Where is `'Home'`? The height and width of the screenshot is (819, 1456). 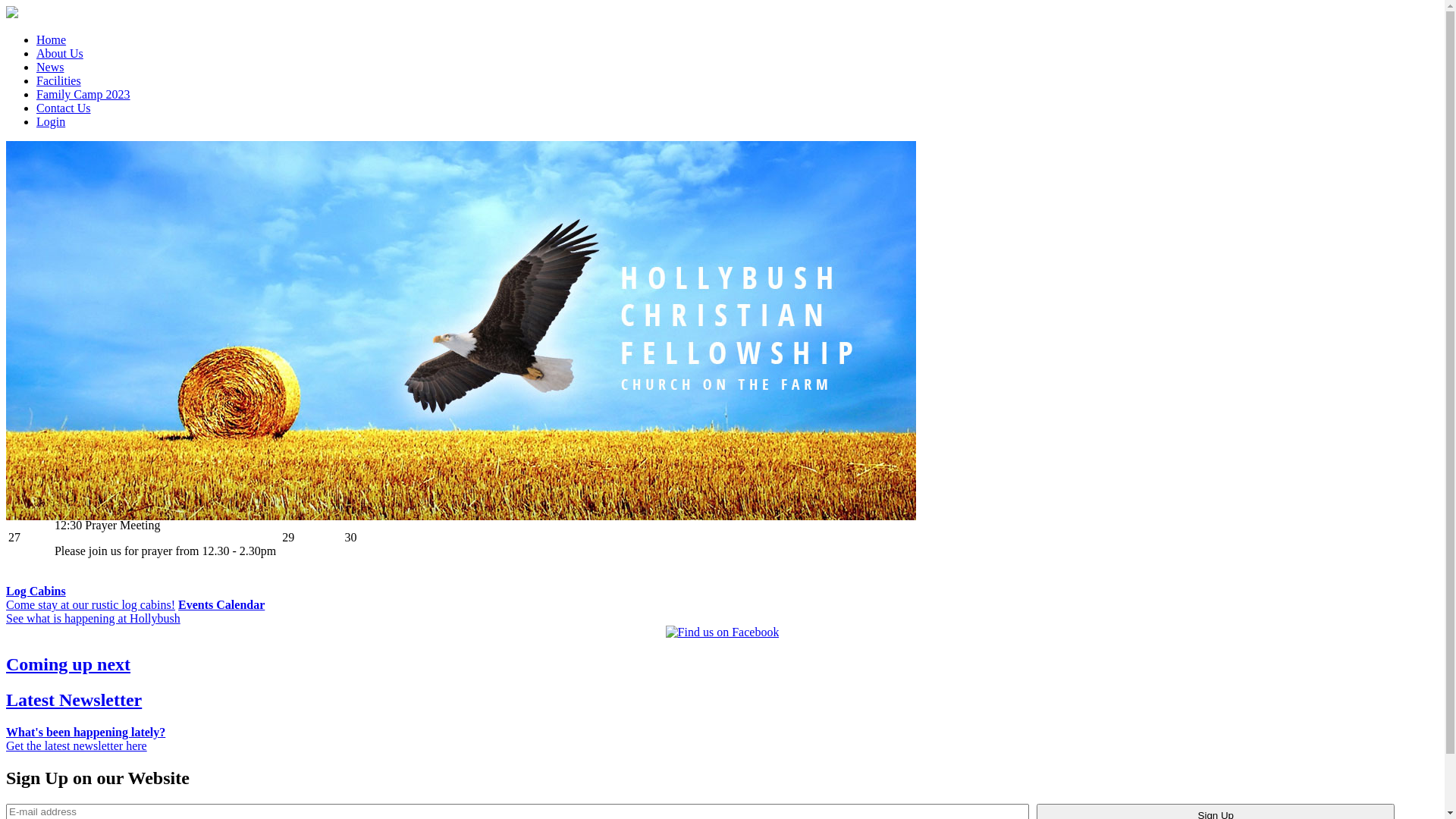 'Home' is located at coordinates (51, 39).